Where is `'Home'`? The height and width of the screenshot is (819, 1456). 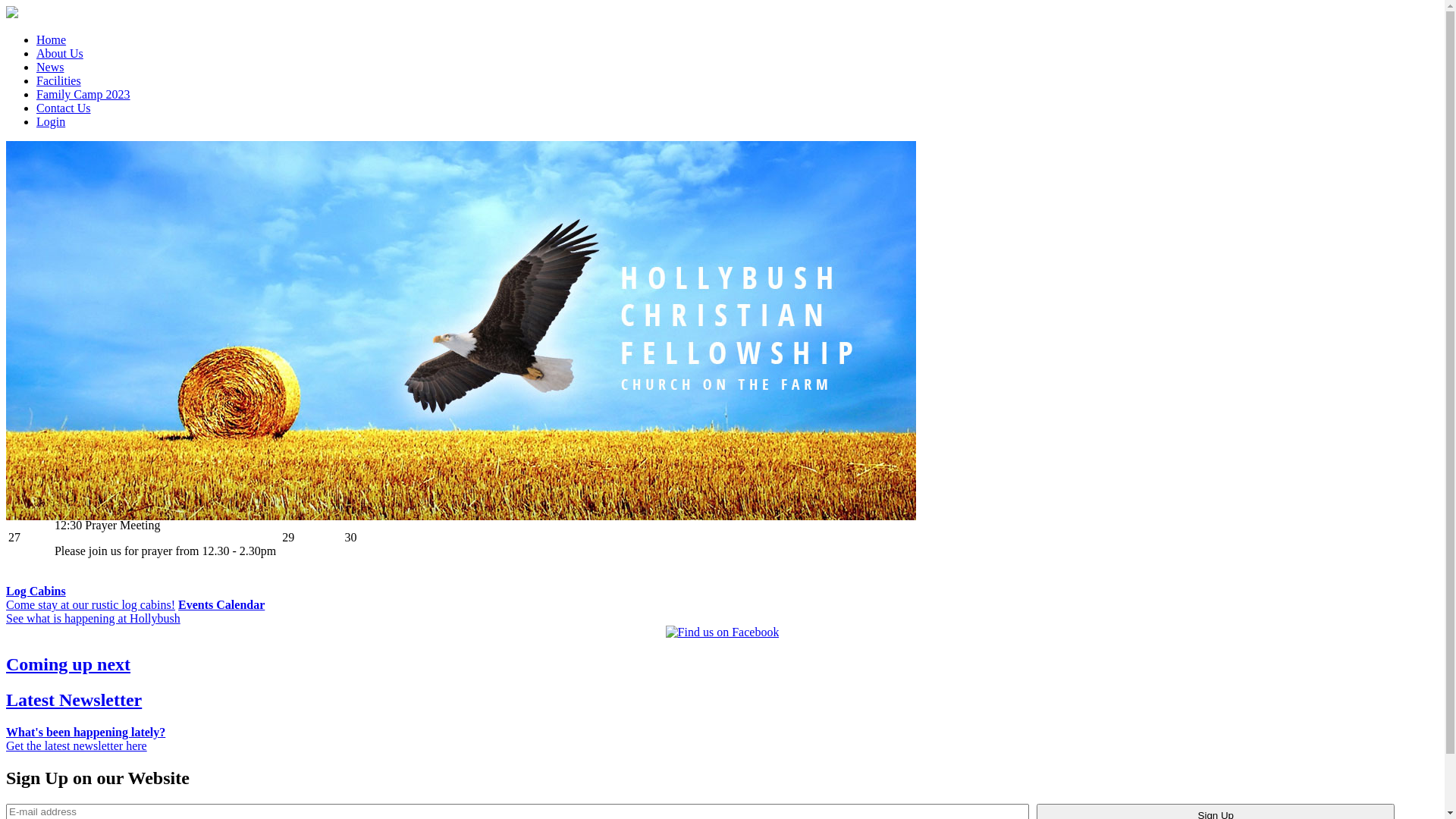 'Home' is located at coordinates (51, 39).